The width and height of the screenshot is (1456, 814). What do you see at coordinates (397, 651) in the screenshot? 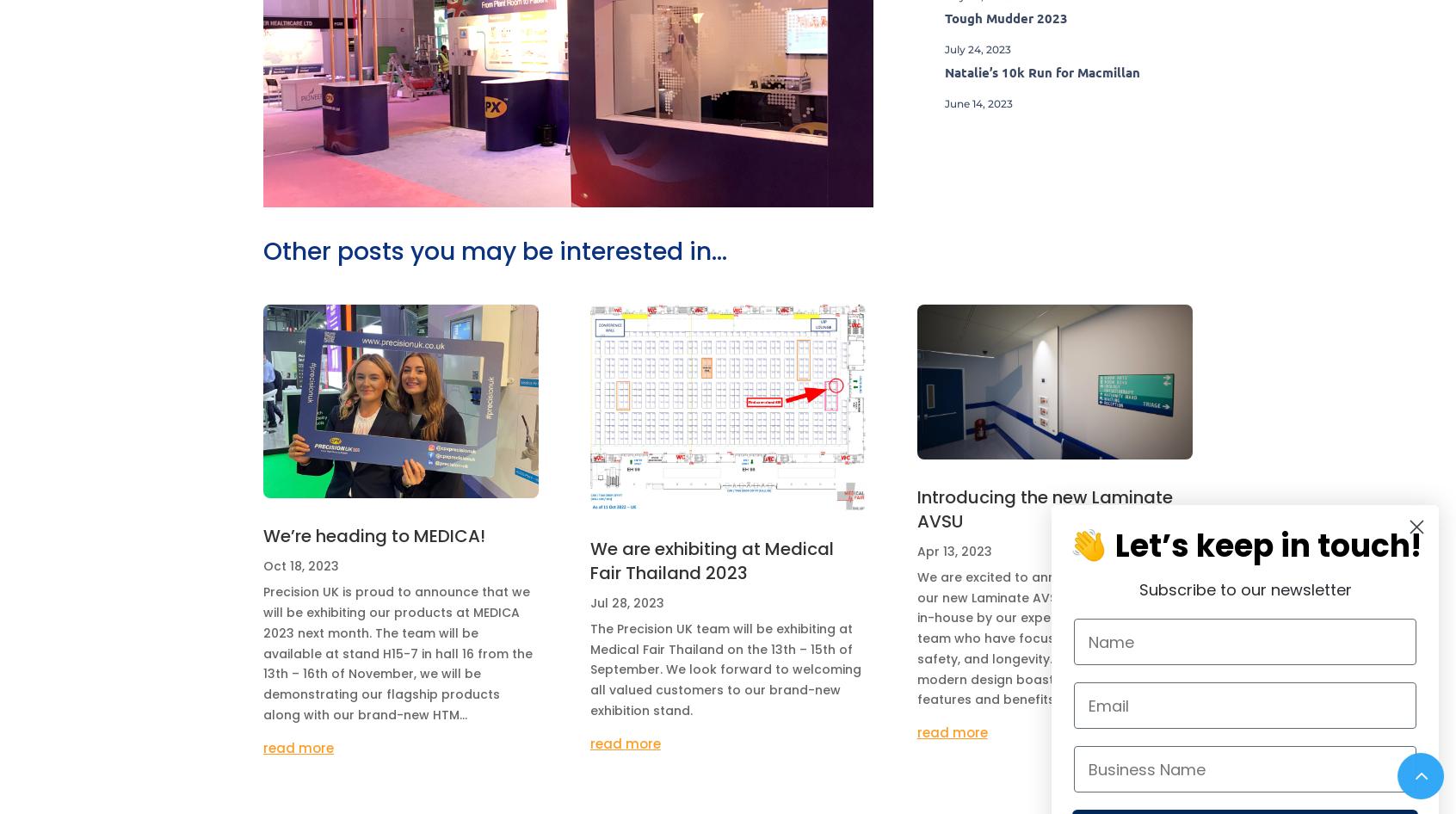
I see `'Precision UK is proud to announce that we will be exhibiting our products at MEDICA 2023 next month. The team will be available at stand H15-7 in hall 16 from the 13th – 16th of November, we will be demonstrating our flagship products along with our brand-new HTM...'` at bounding box center [397, 651].